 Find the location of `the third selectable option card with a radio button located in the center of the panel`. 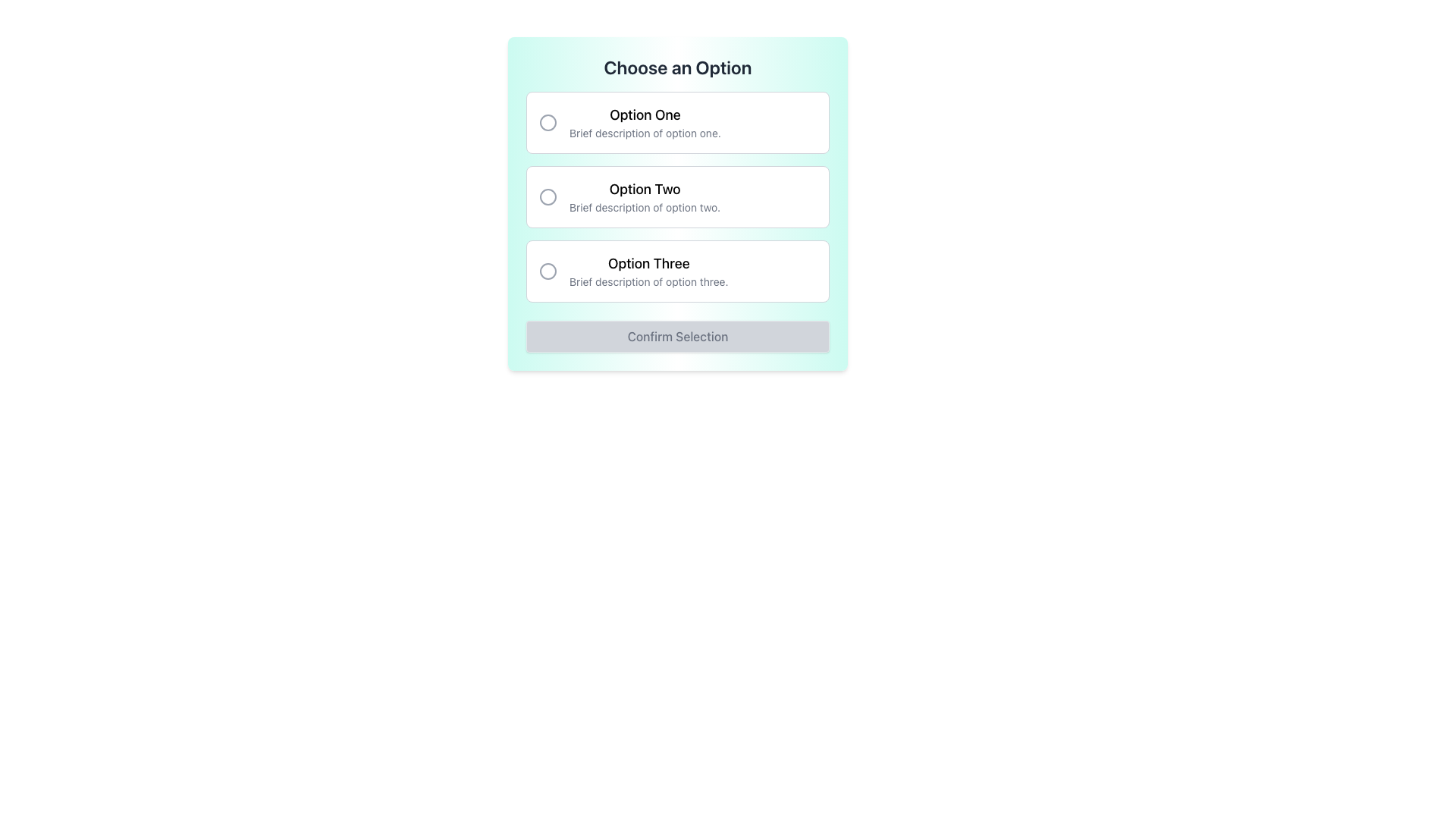

the third selectable option card with a radio button located in the center of the panel is located at coordinates (676, 271).